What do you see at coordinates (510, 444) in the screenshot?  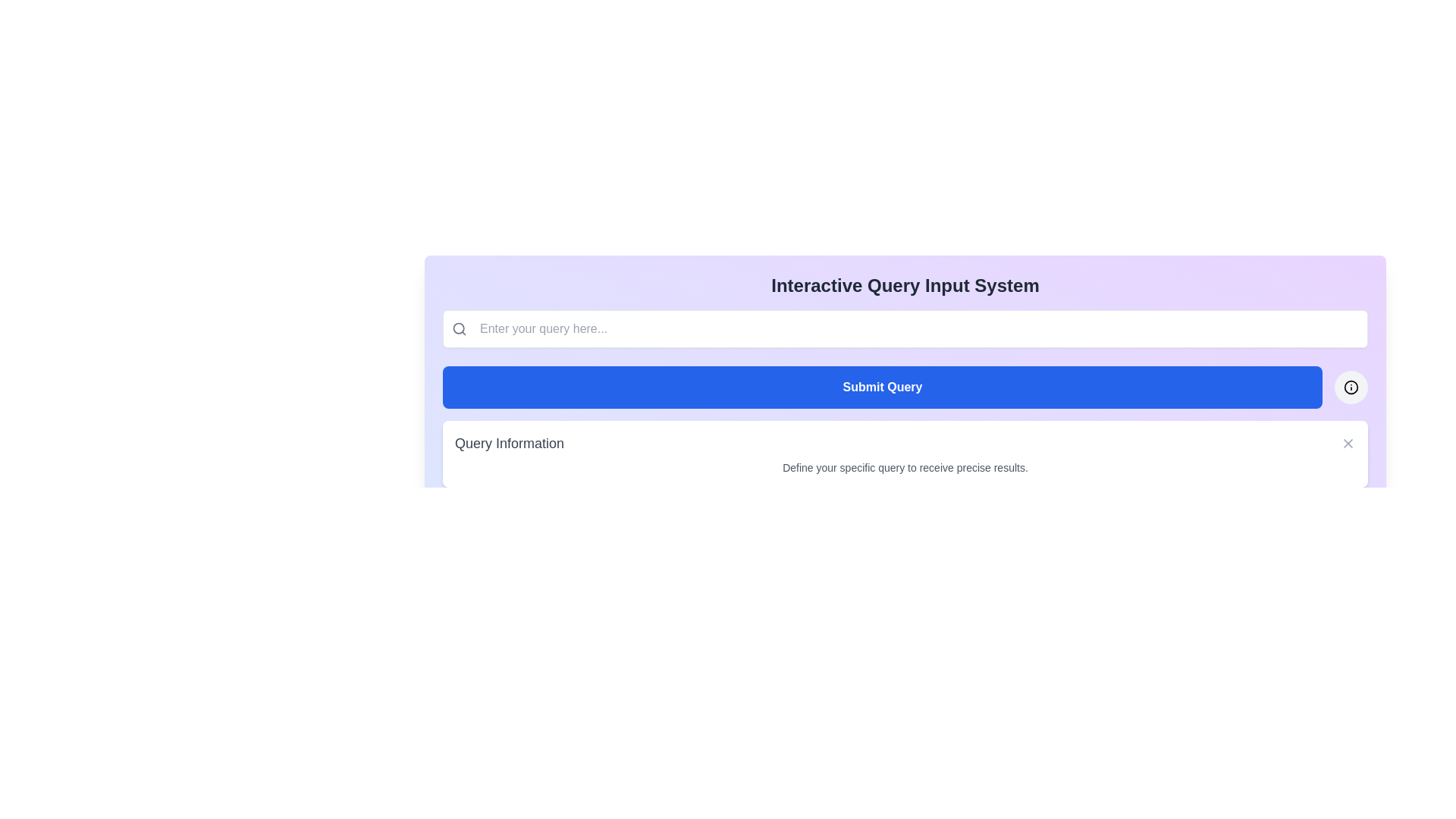 I see `the text label displaying 'Query Information', which is bold and gray, located below the 'Submit Query' button` at bounding box center [510, 444].